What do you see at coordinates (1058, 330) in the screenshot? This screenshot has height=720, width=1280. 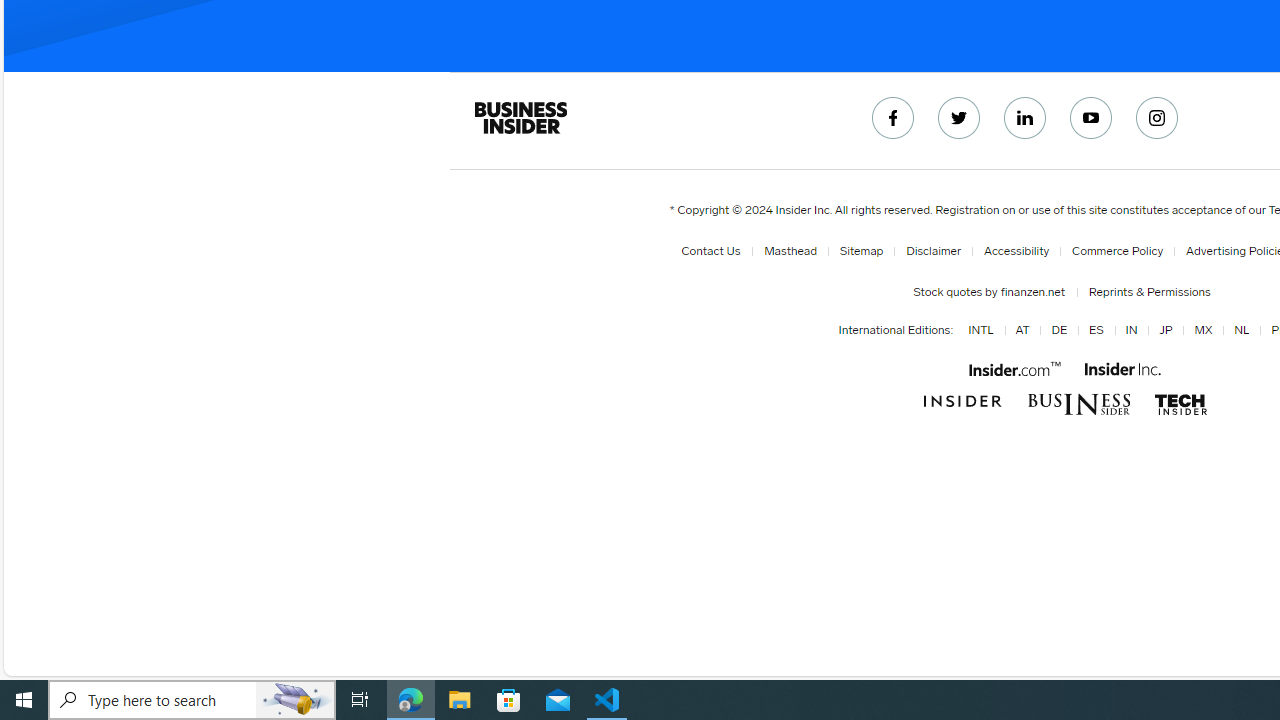 I see `'DE'` at bounding box center [1058, 330].